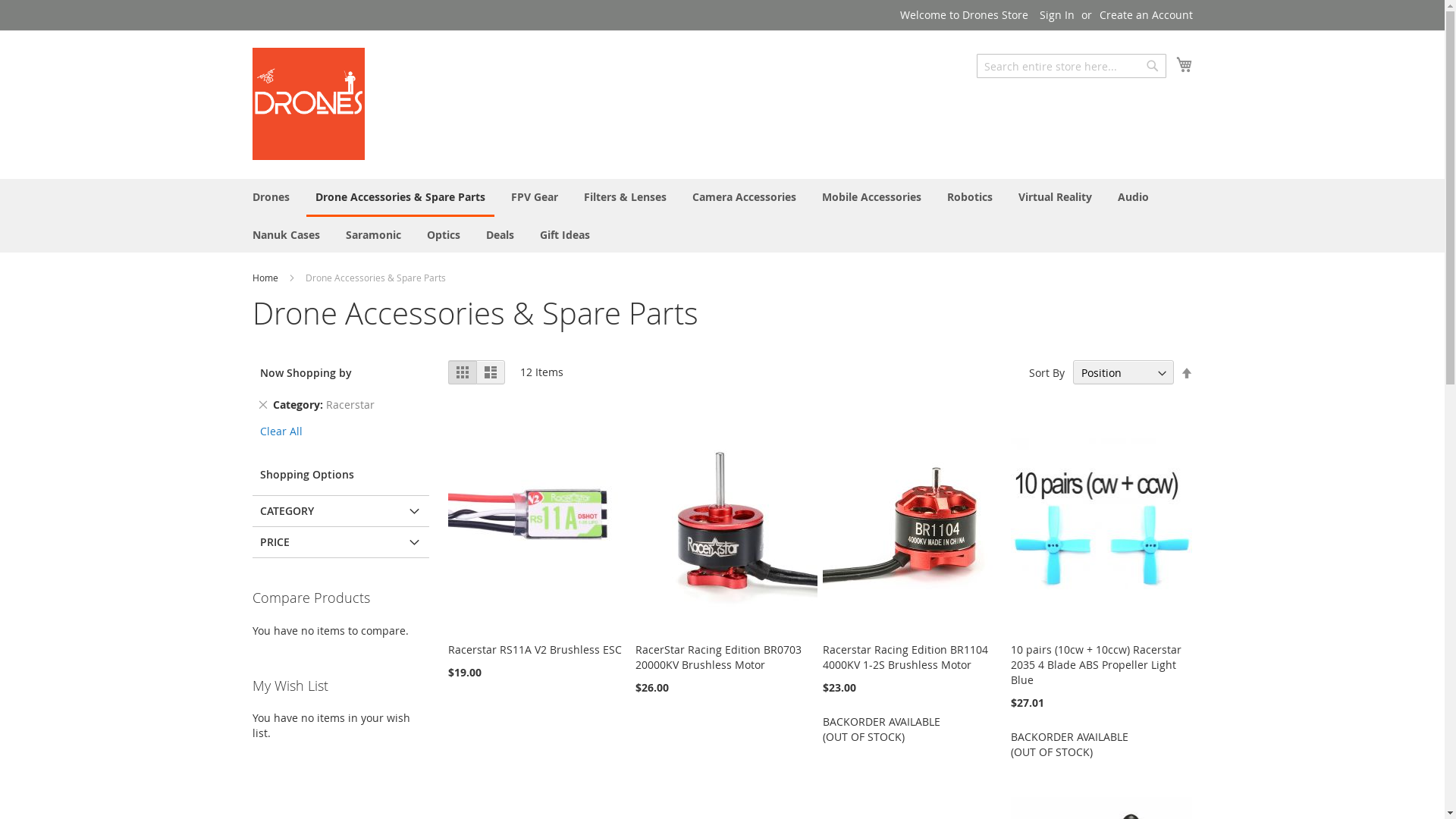 Image resolution: width=1456 pixels, height=819 pixels. What do you see at coordinates (280, 431) in the screenshot?
I see `'Clear All'` at bounding box center [280, 431].